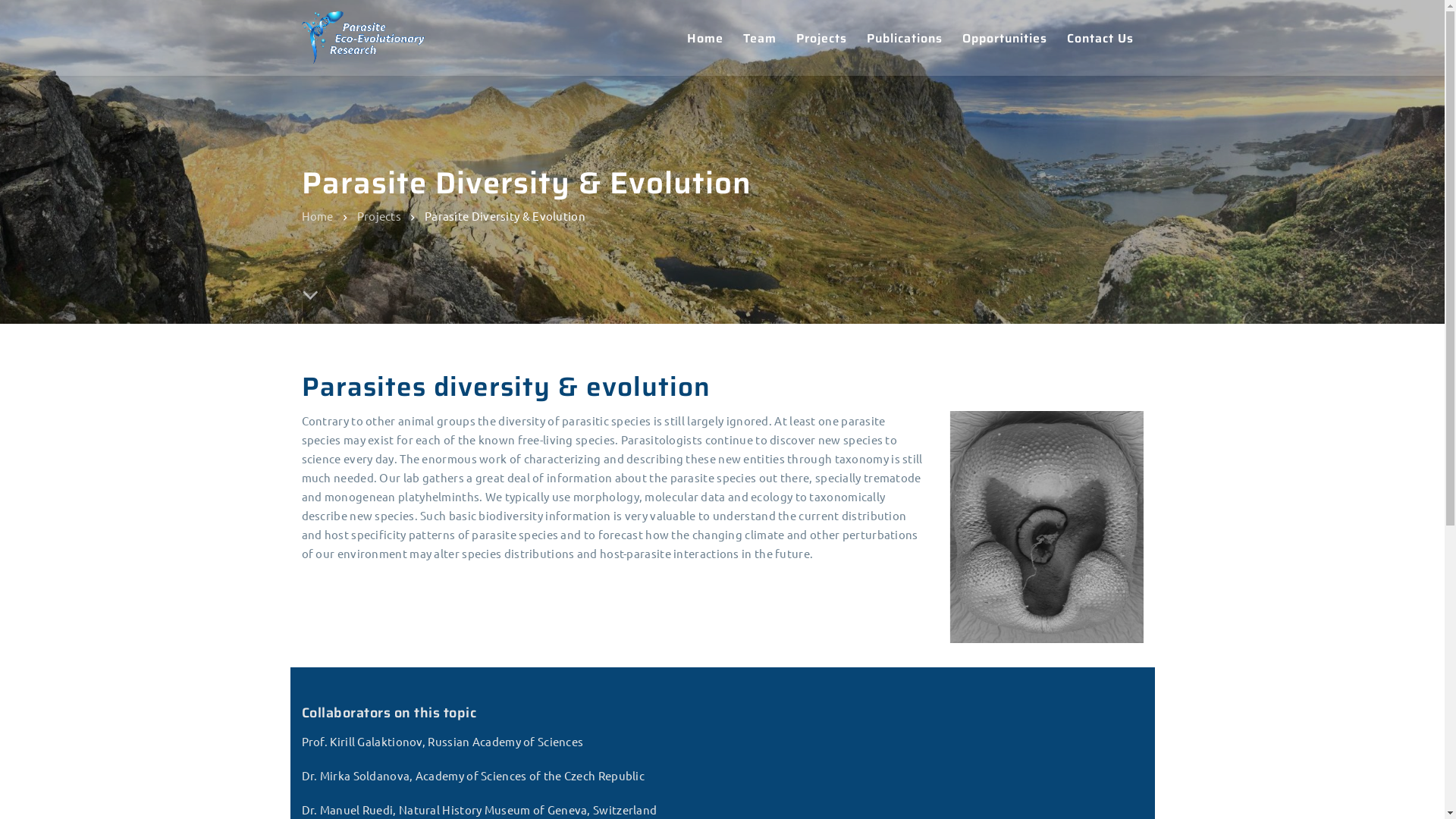  Describe the element at coordinates (1004, 37) in the screenshot. I see `'Opportunities'` at that location.